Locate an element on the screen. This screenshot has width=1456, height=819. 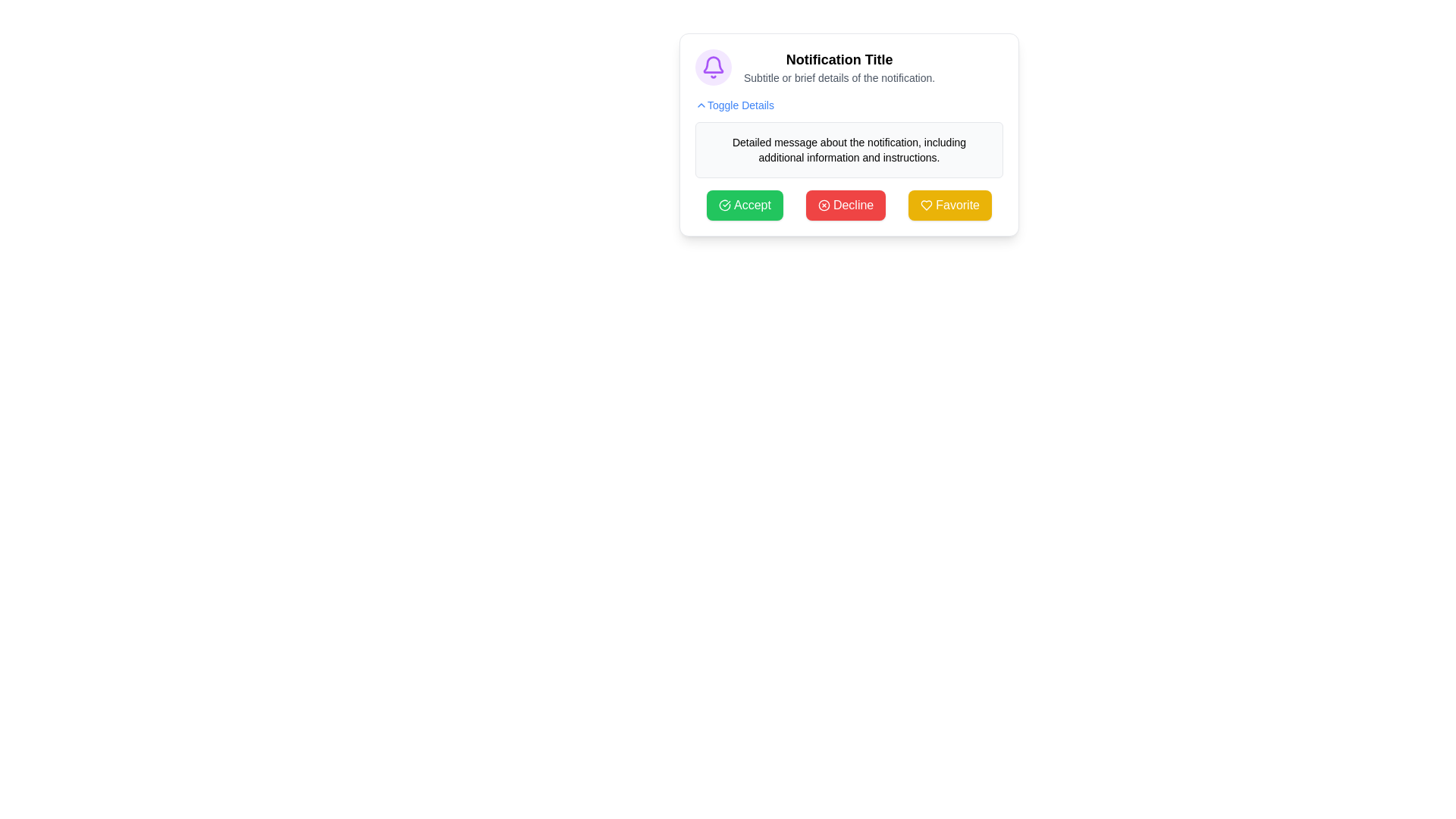
text element that contains the title 'Notification Title' and subtitle 'Subtitle or brief details of the notification.' This text element is located to the right of a bell icon within a horizontally aligned group on the notification card is located at coordinates (839, 66).